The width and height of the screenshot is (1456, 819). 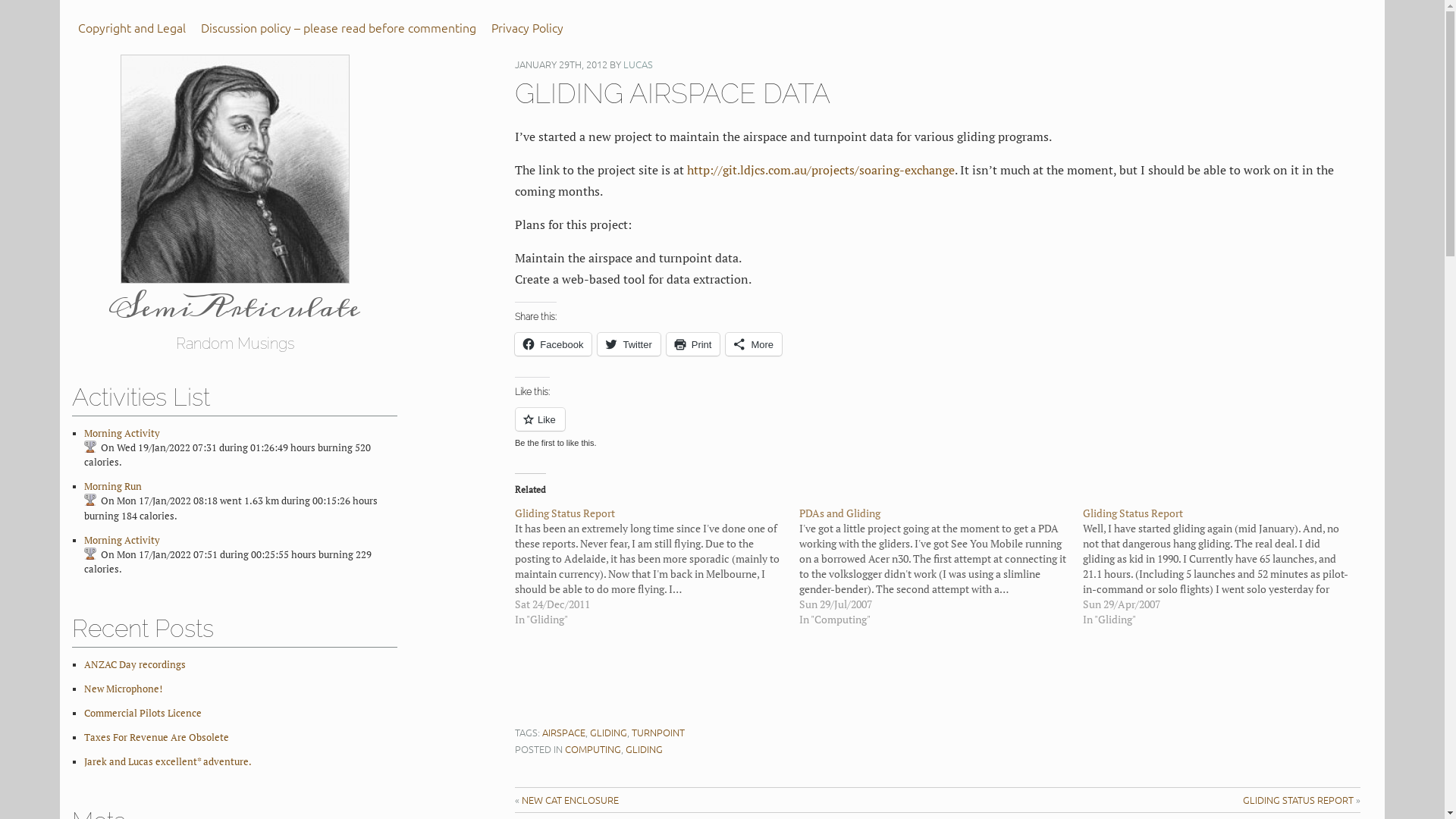 What do you see at coordinates (542, 731) in the screenshot?
I see `'AIRSPACE'` at bounding box center [542, 731].